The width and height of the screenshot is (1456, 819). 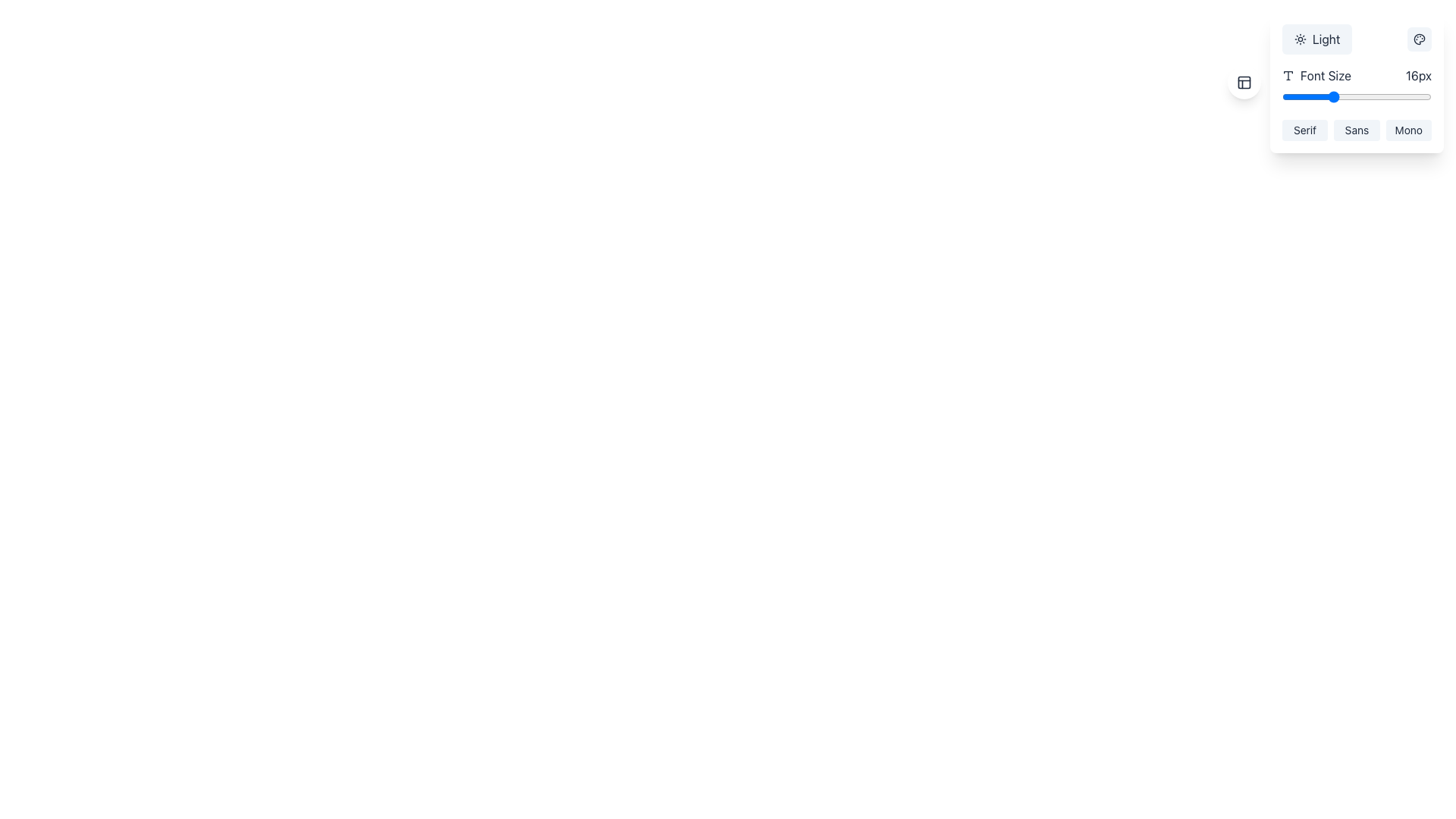 I want to click on the font size, so click(x=1294, y=96).